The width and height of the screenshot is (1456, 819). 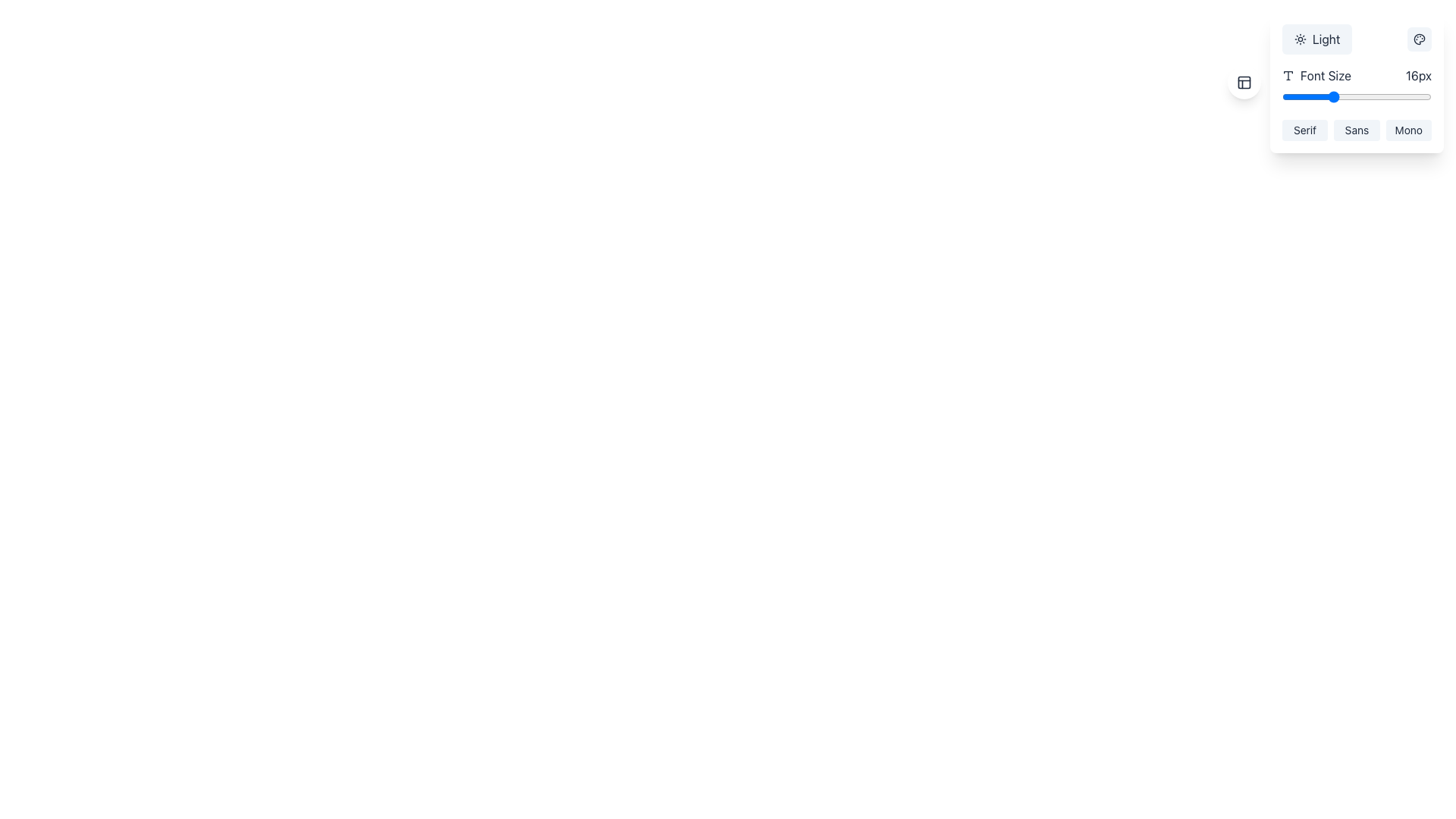 I want to click on the font size, so click(x=1294, y=96).